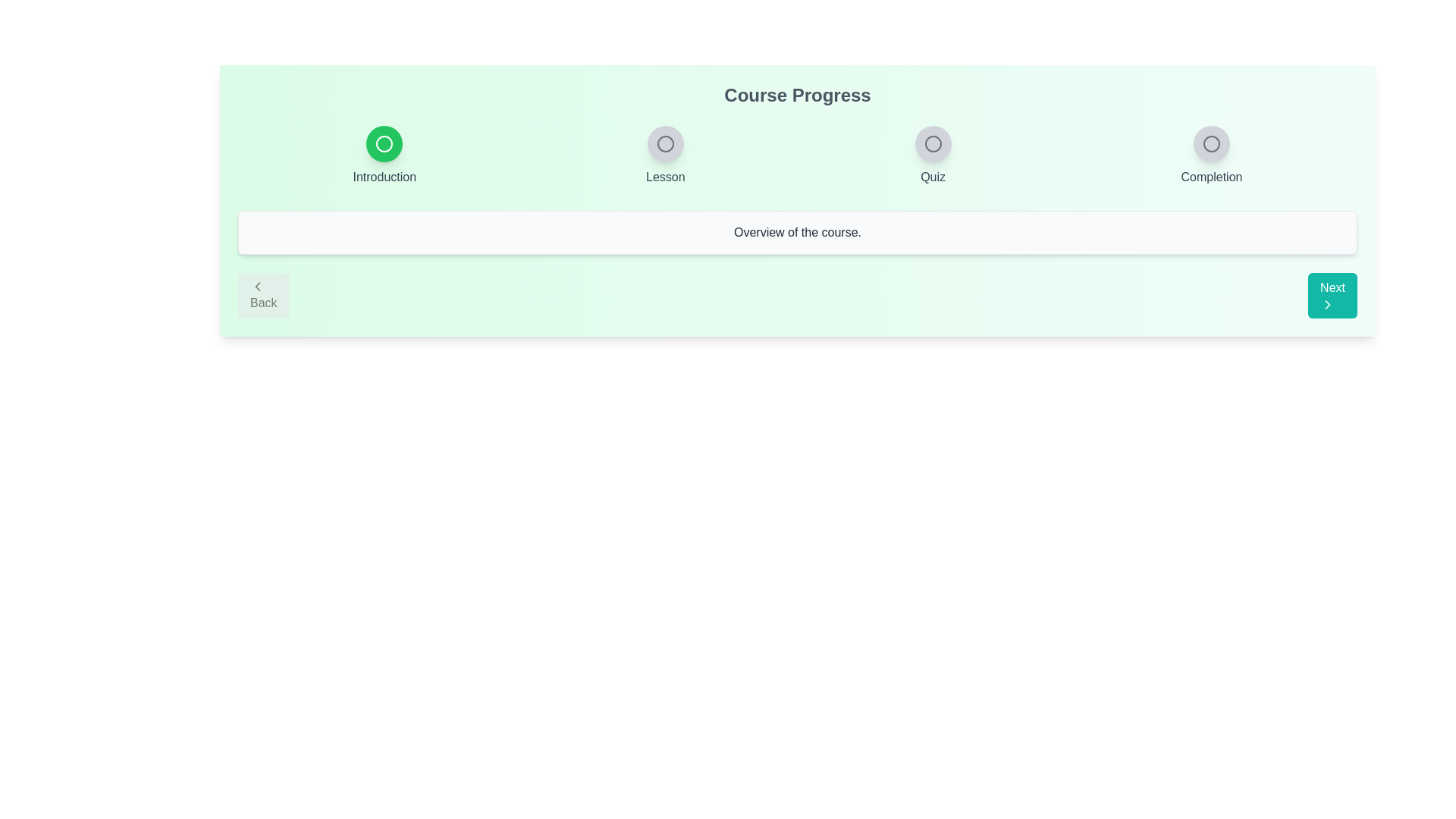 This screenshot has width=1456, height=819. Describe the element at coordinates (931, 143) in the screenshot. I see `the step Quiz in the progress indicator` at that location.